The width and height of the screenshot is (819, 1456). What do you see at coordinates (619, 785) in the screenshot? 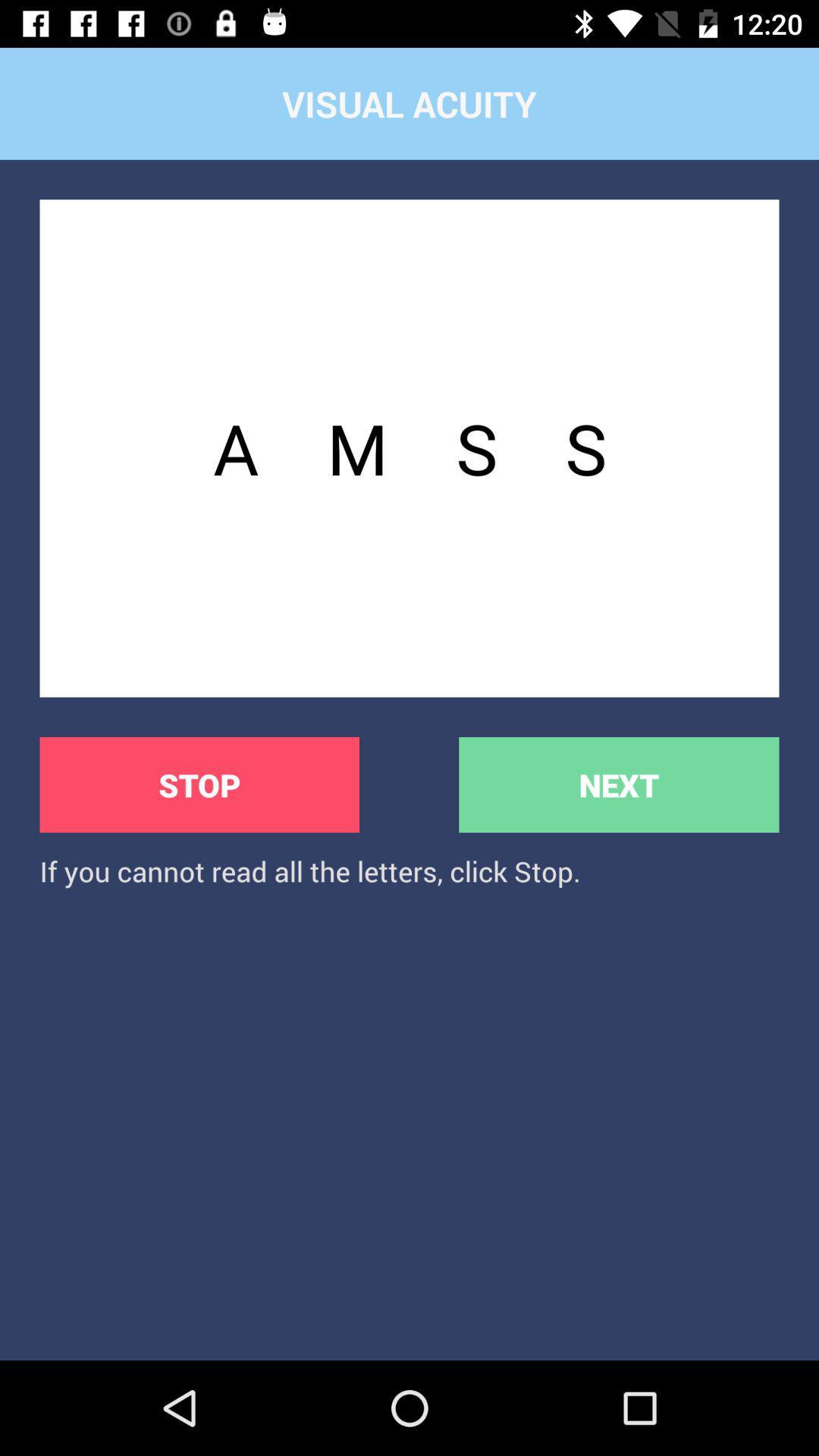
I see `next on the right` at bounding box center [619, 785].